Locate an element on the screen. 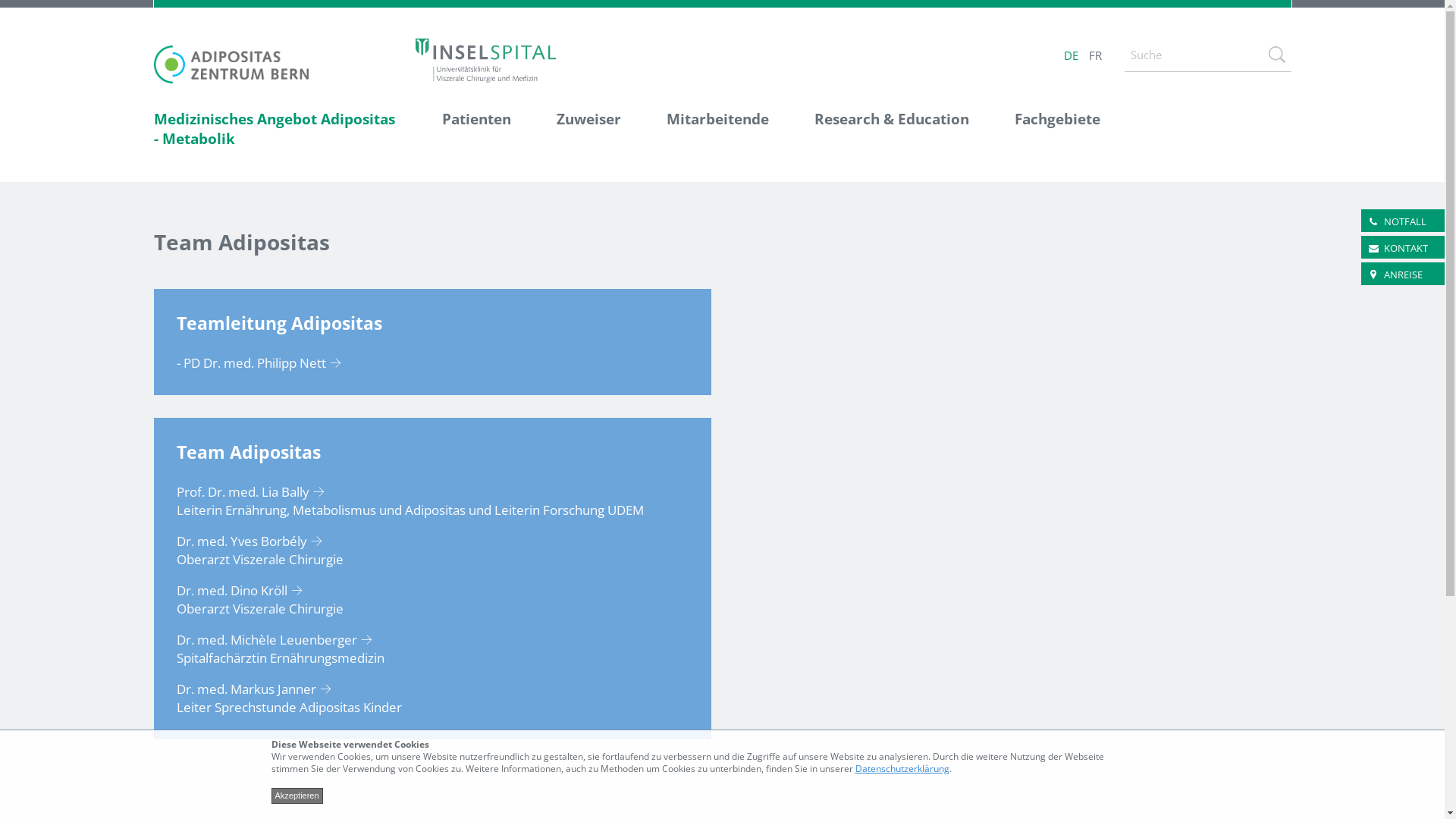 The width and height of the screenshot is (1456, 819). 'Dr. med. Markus Janner' is located at coordinates (258, 689).